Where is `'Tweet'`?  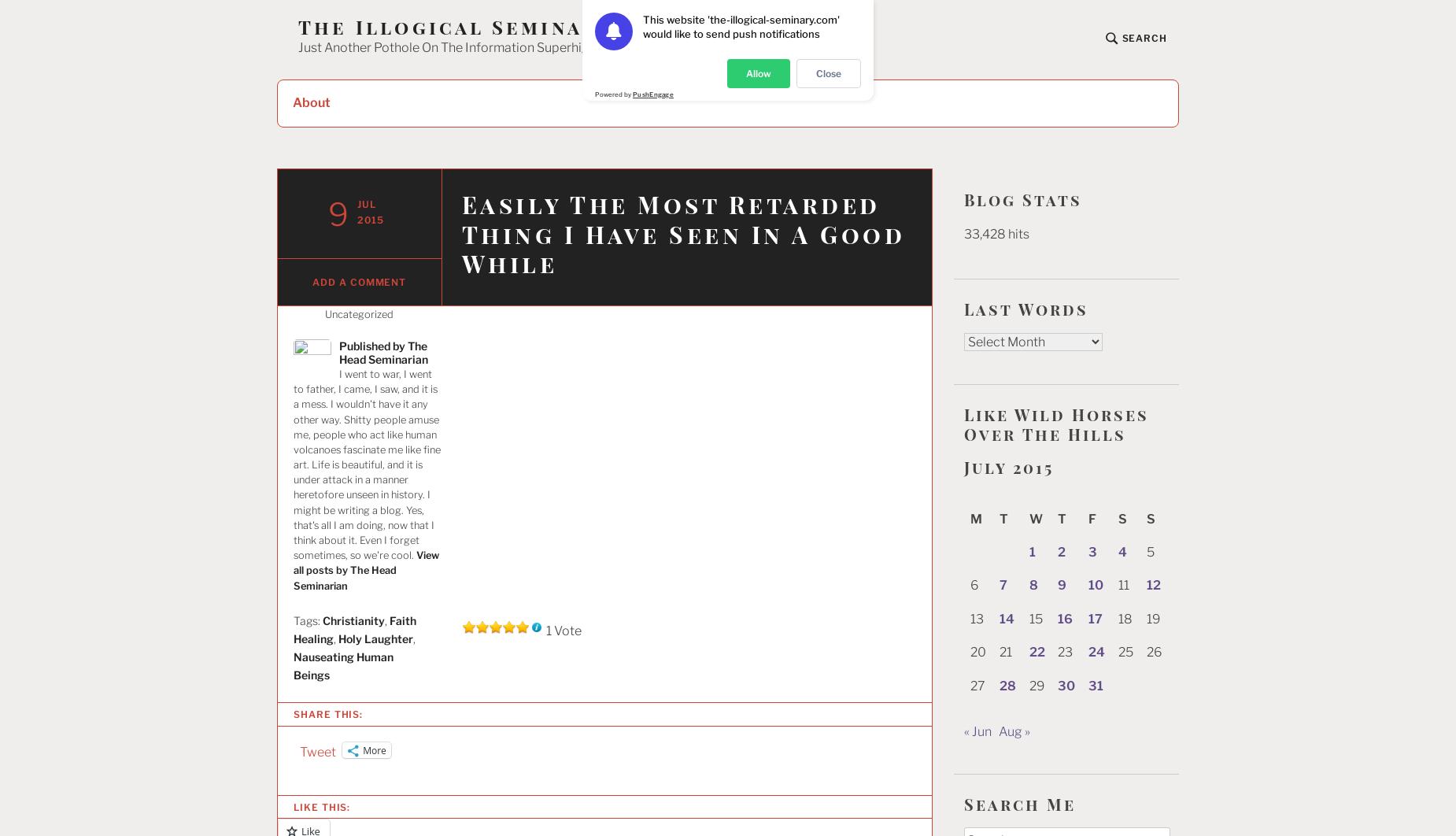
'Tweet' is located at coordinates (317, 751).